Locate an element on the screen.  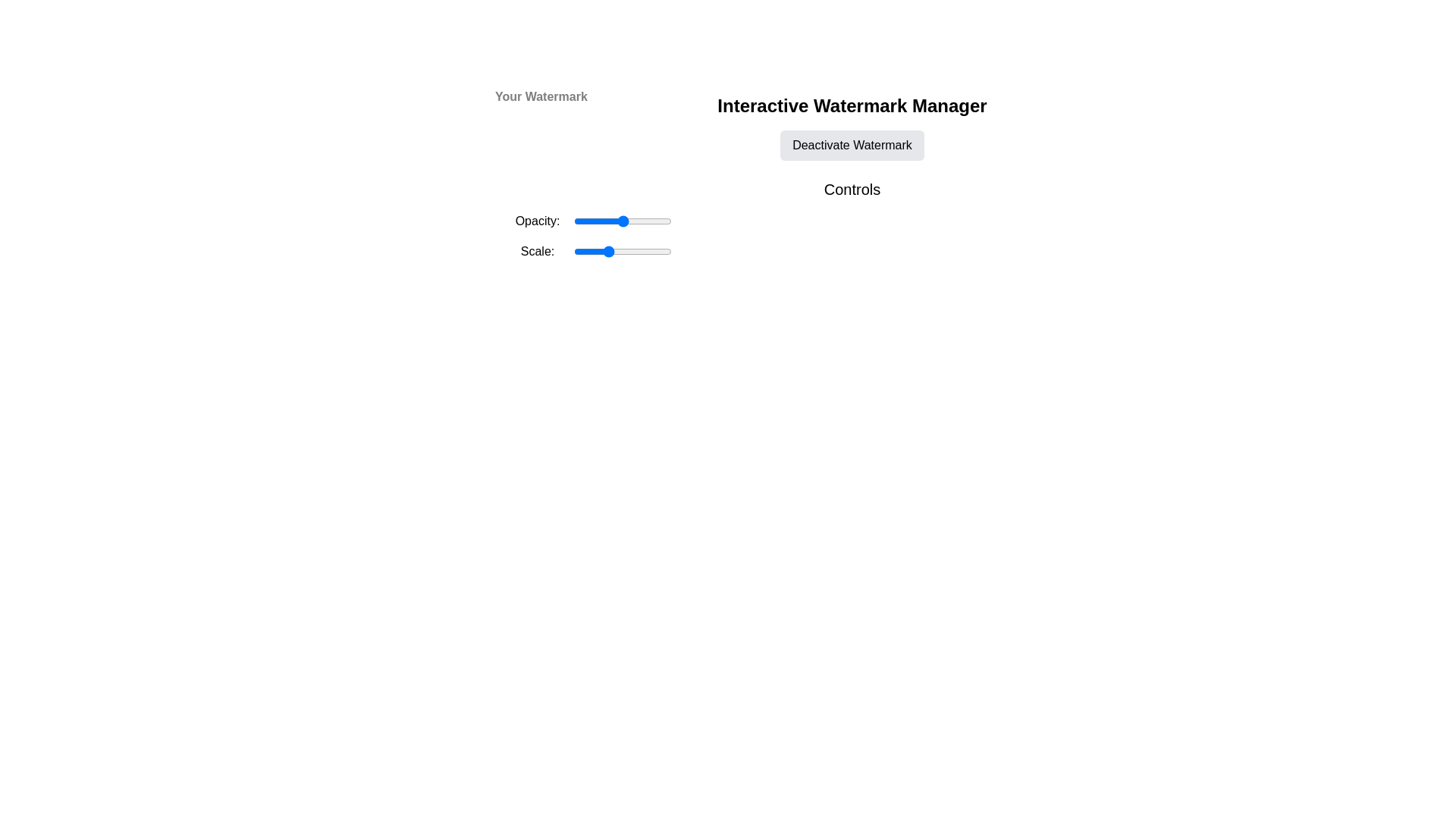
the button located below the title 'Interactive Watermark Manager' is located at coordinates (852, 146).